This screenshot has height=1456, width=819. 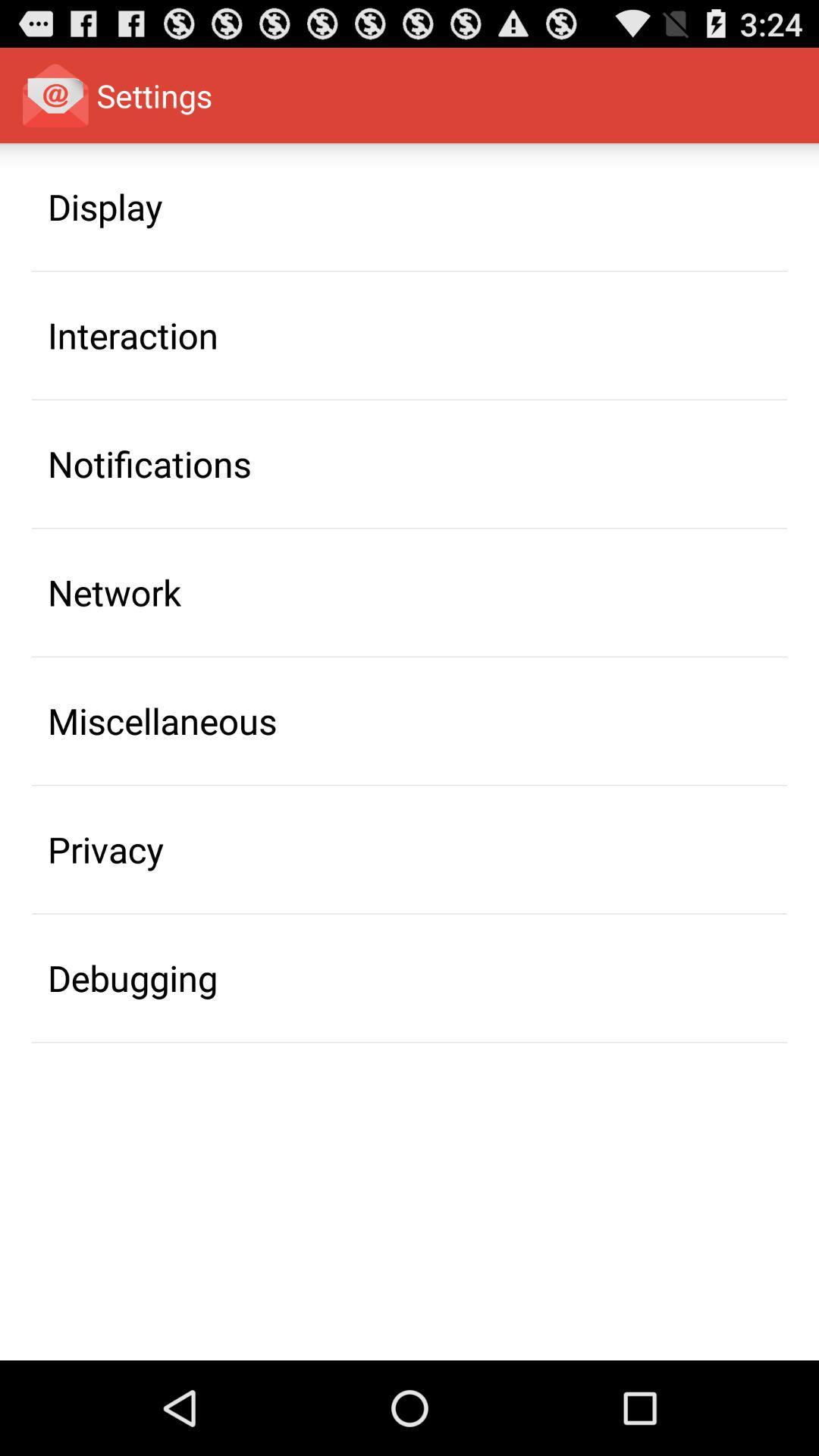 I want to click on the app below notifications app, so click(x=114, y=591).